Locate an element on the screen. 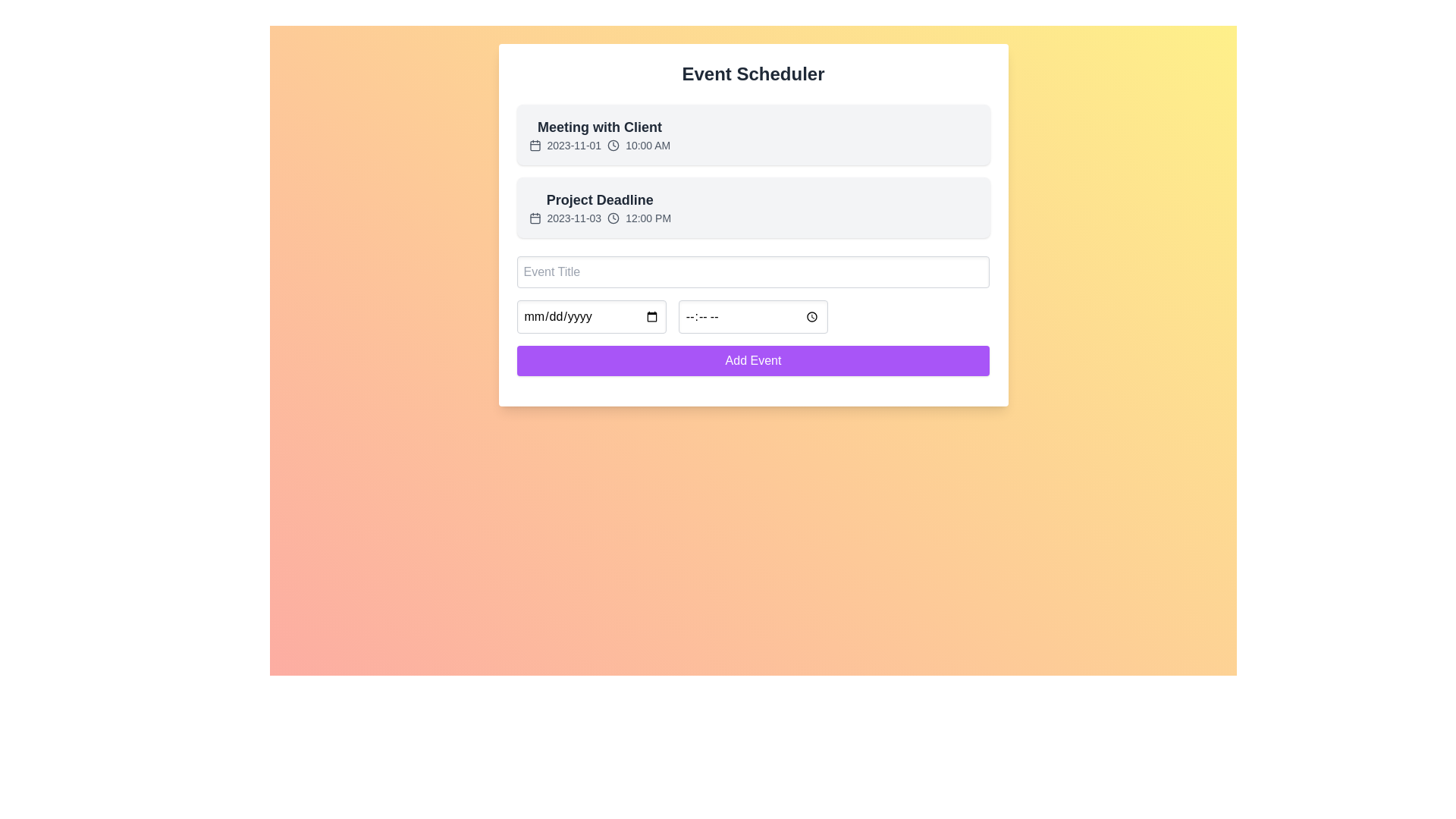 This screenshot has height=819, width=1456. the calendar icon in the 'Event Scheduler' interface, located near the top-left corner of the 'Meeting with Client' section is located at coordinates (535, 146).